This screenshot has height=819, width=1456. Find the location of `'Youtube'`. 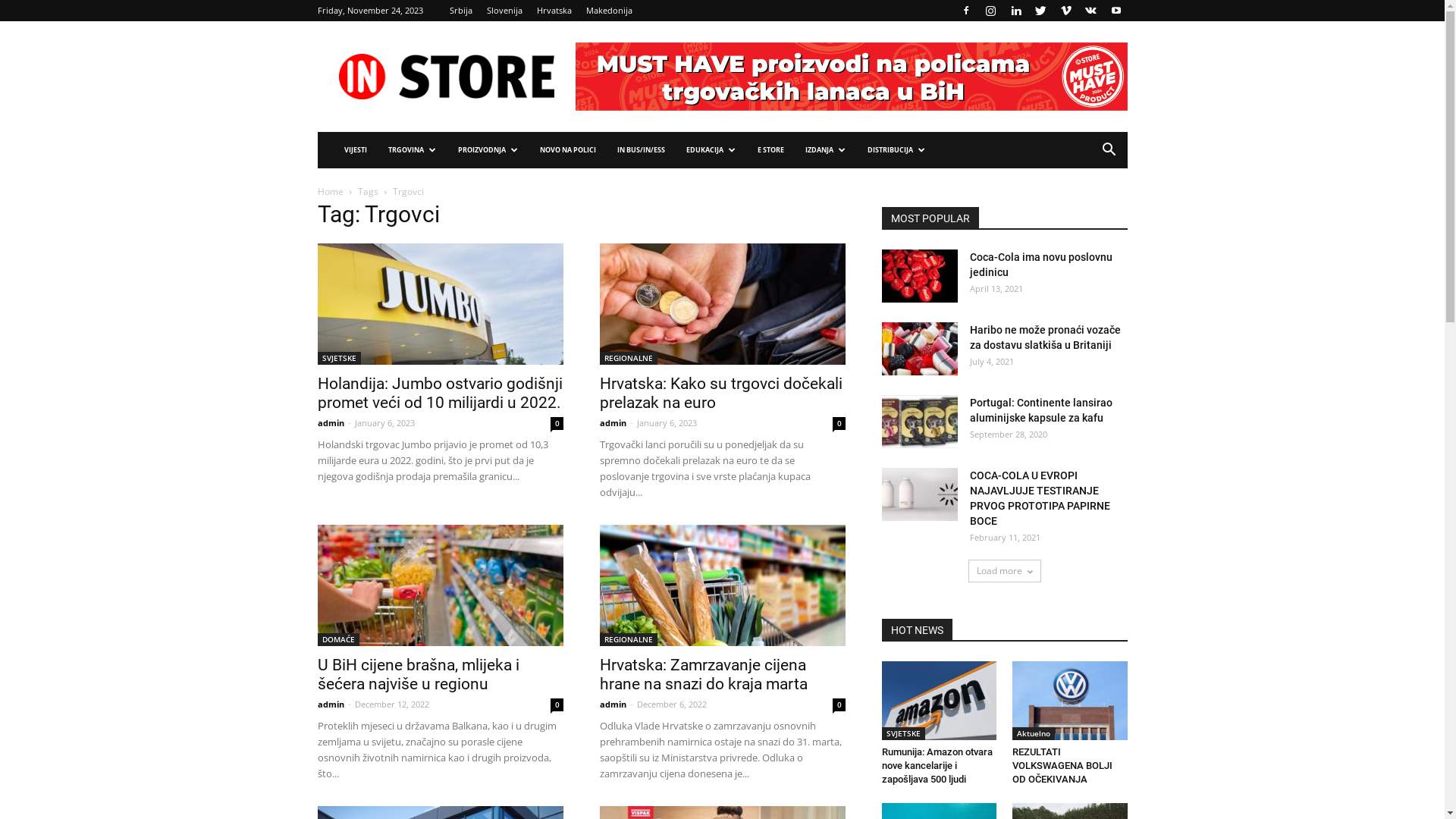

'Youtube' is located at coordinates (1115, 11).